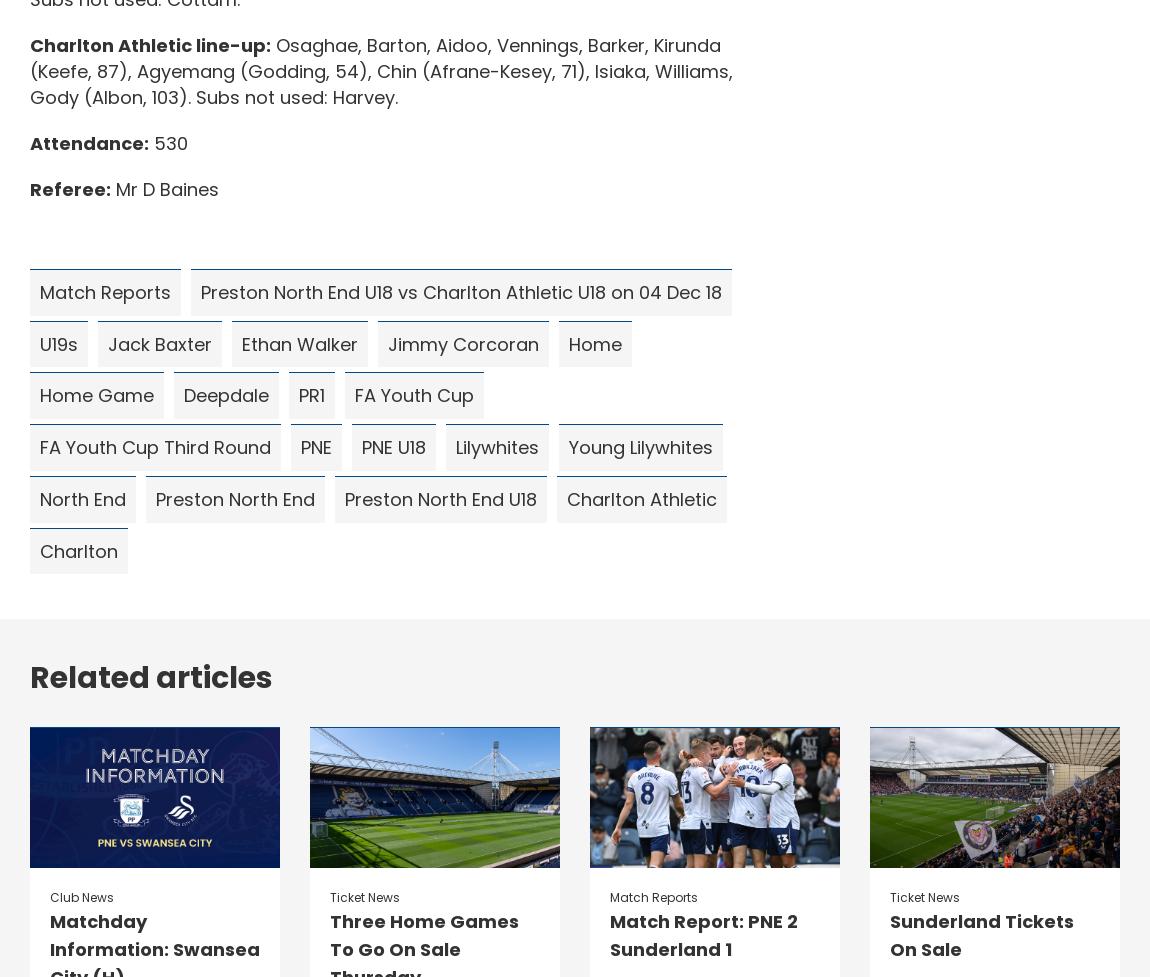  I want to click on 'Club News', so click(49, 896).